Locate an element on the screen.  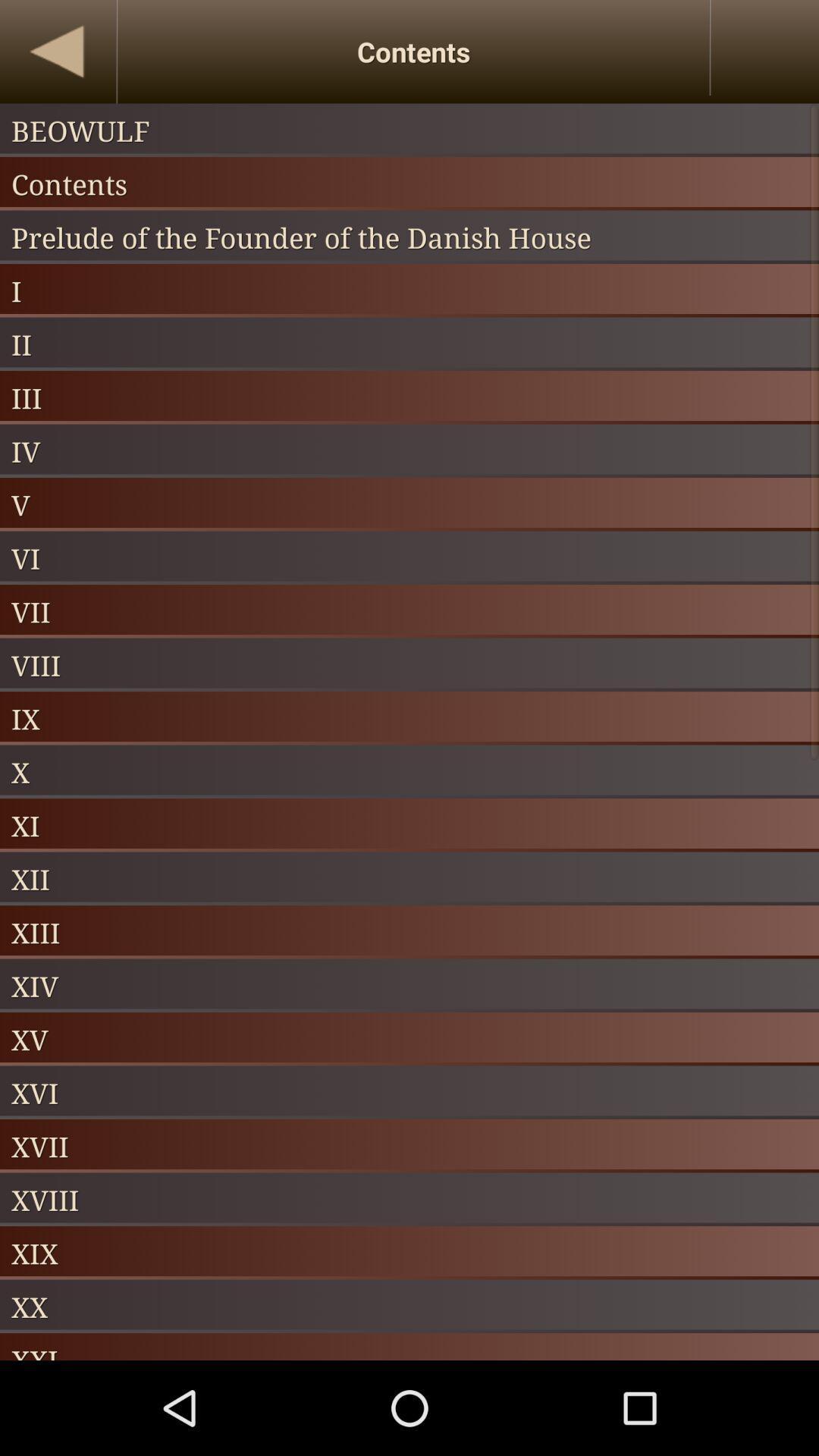
the icon above the x item is located at coordinates (409, 717).